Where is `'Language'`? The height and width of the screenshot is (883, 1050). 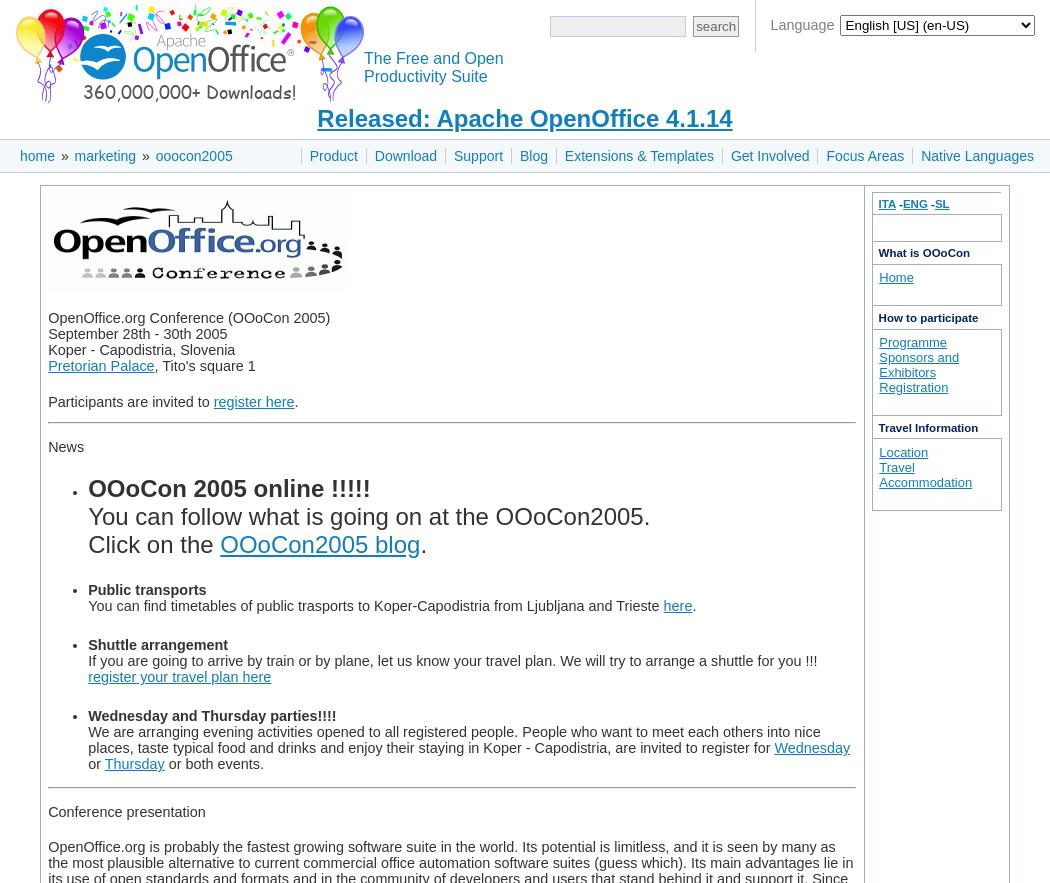 'Language' is located at coordinates (802, 24).